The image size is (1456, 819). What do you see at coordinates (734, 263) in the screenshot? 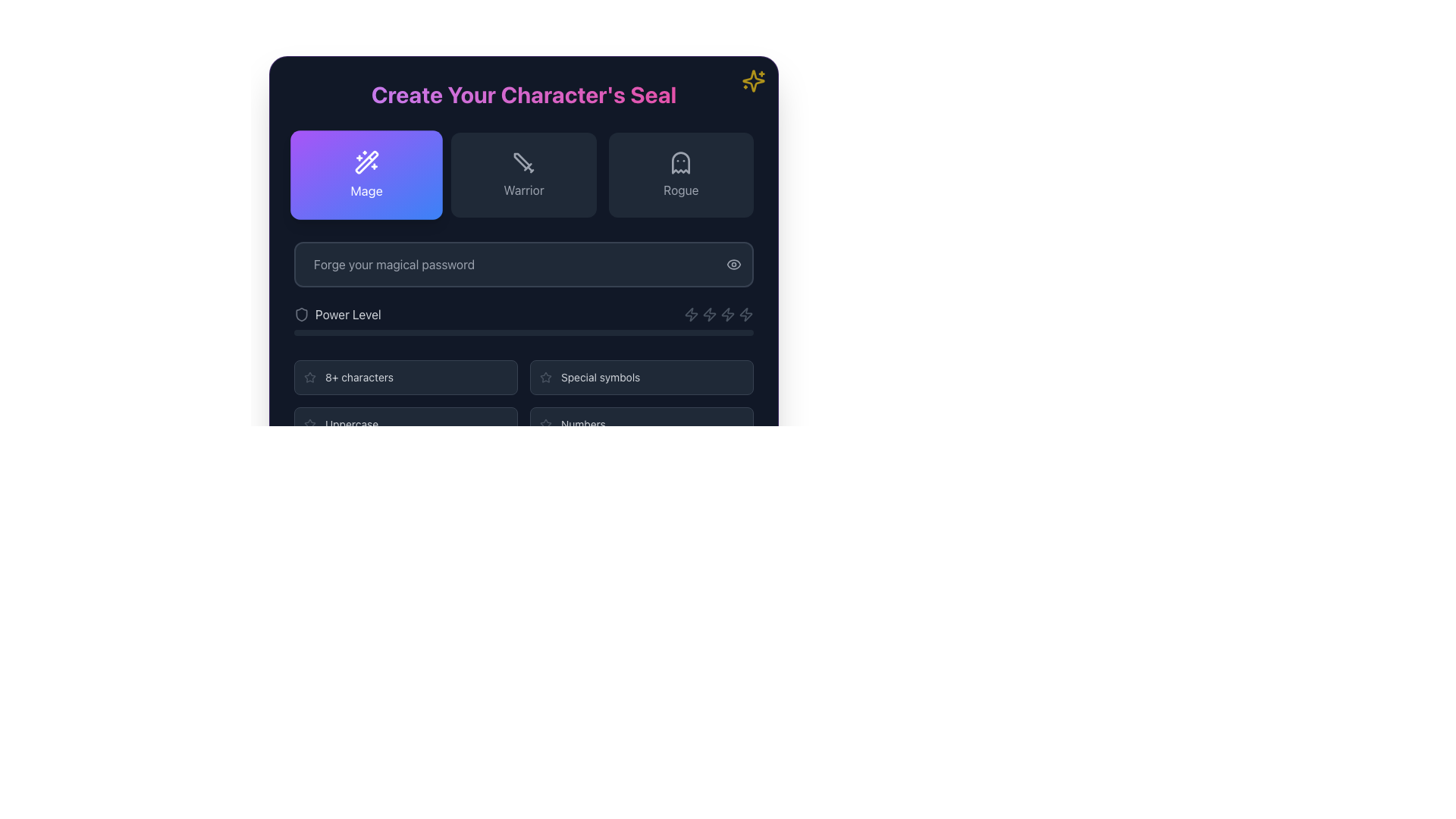
I see `the visibility toggle button for the password input field labeled 'Forge your magical password' to change its color` at bounding box center [734, 263].